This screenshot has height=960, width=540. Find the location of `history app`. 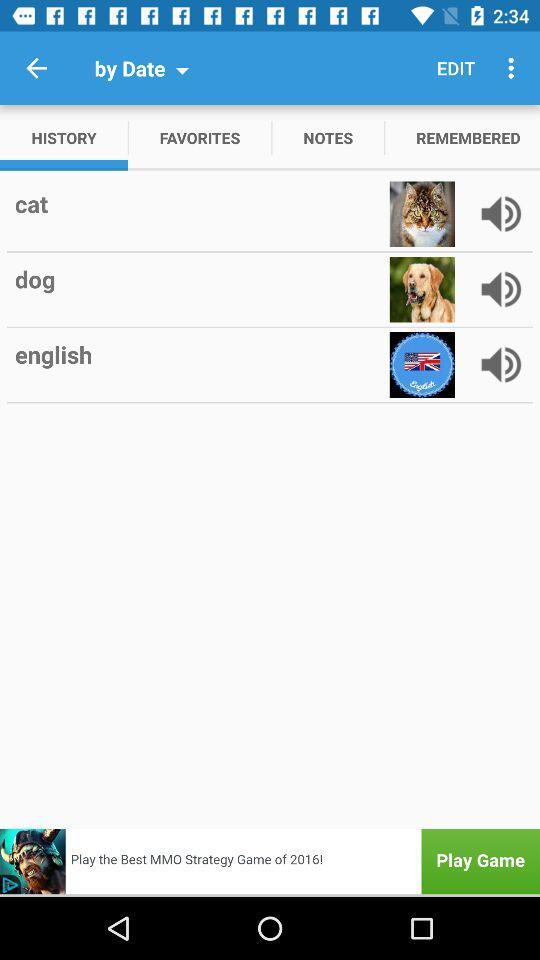

history app is located at coordinates (64, 136).